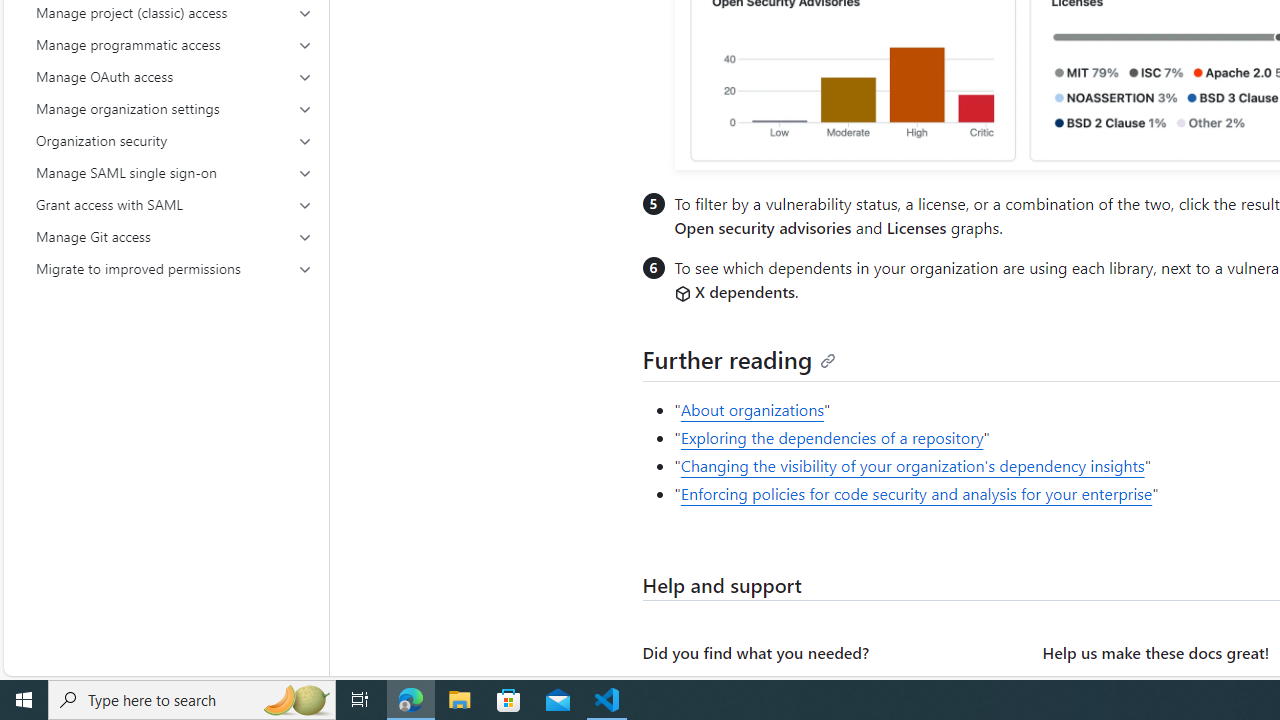 The width and height of the screenshot is (1280, 720). Describe the element at coordinates (174, 204) in the screenshot. I see `'Grant access with SAML'` at that location.